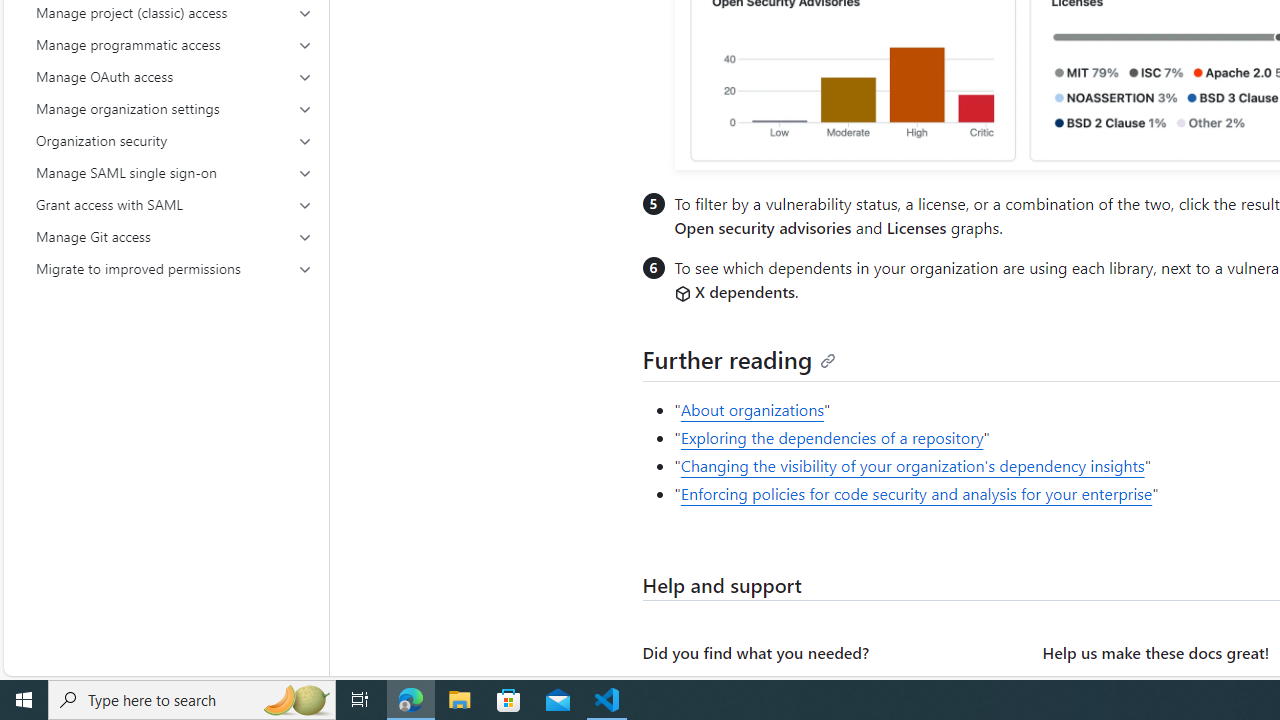 The width and height of the screenshot is (1280, 720). Describe the element at coordinates (174, 204) in the screenshot. I see `'Grant access with SAML'` at that location.